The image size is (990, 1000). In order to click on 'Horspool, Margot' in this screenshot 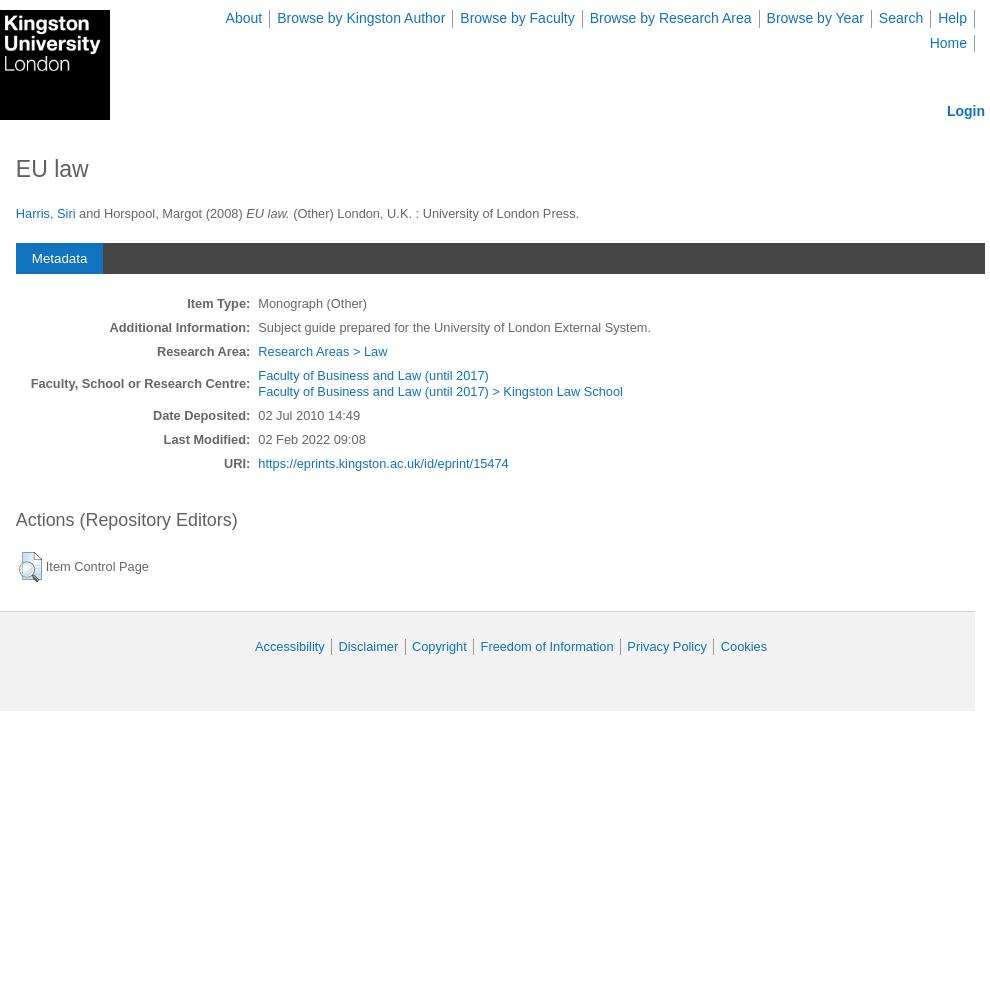, I will do `click(152, 212)`.